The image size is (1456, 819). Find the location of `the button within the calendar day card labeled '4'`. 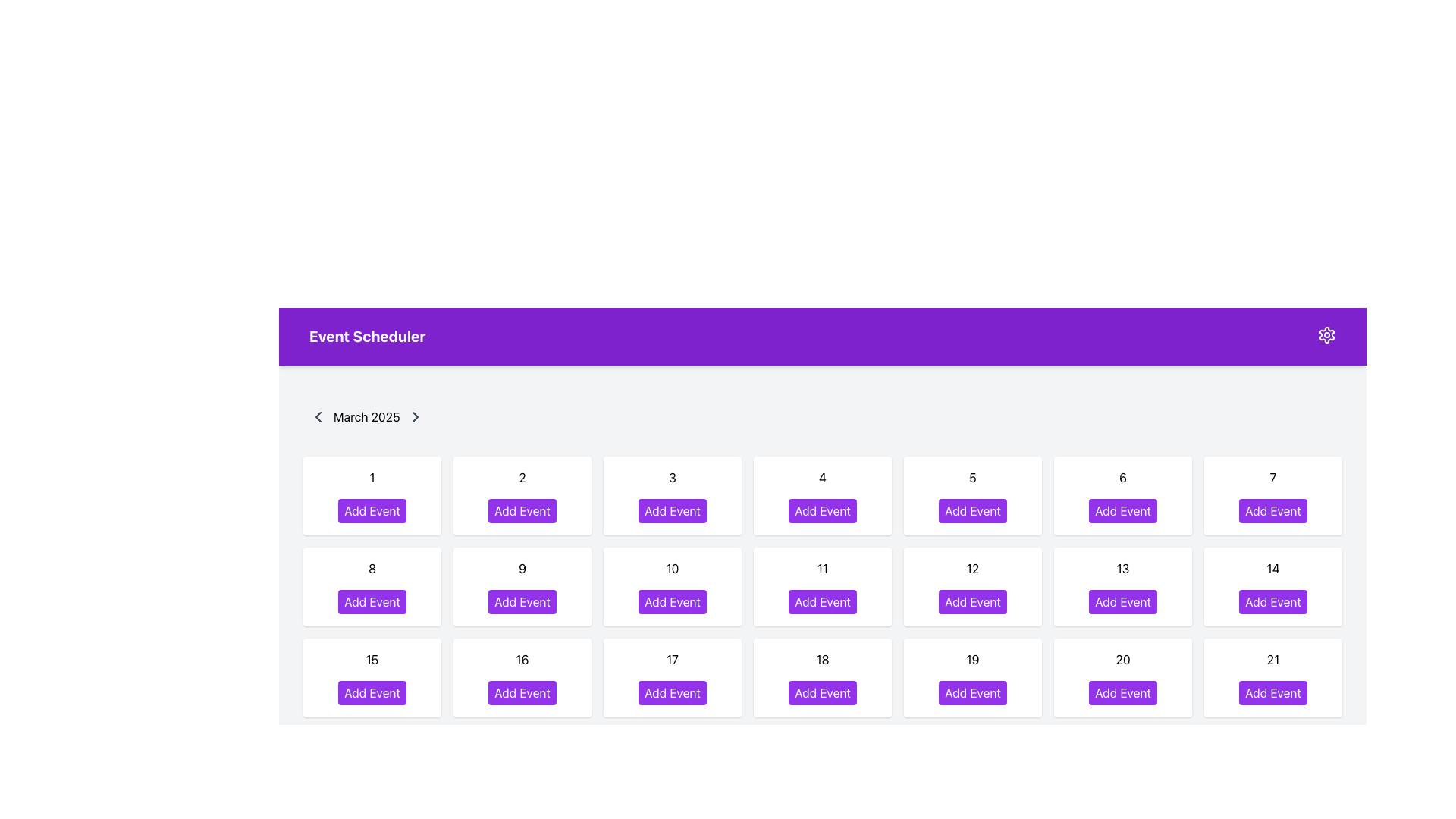

the button within the calendar day card labeled '4' is located at coordinates (821, 496).